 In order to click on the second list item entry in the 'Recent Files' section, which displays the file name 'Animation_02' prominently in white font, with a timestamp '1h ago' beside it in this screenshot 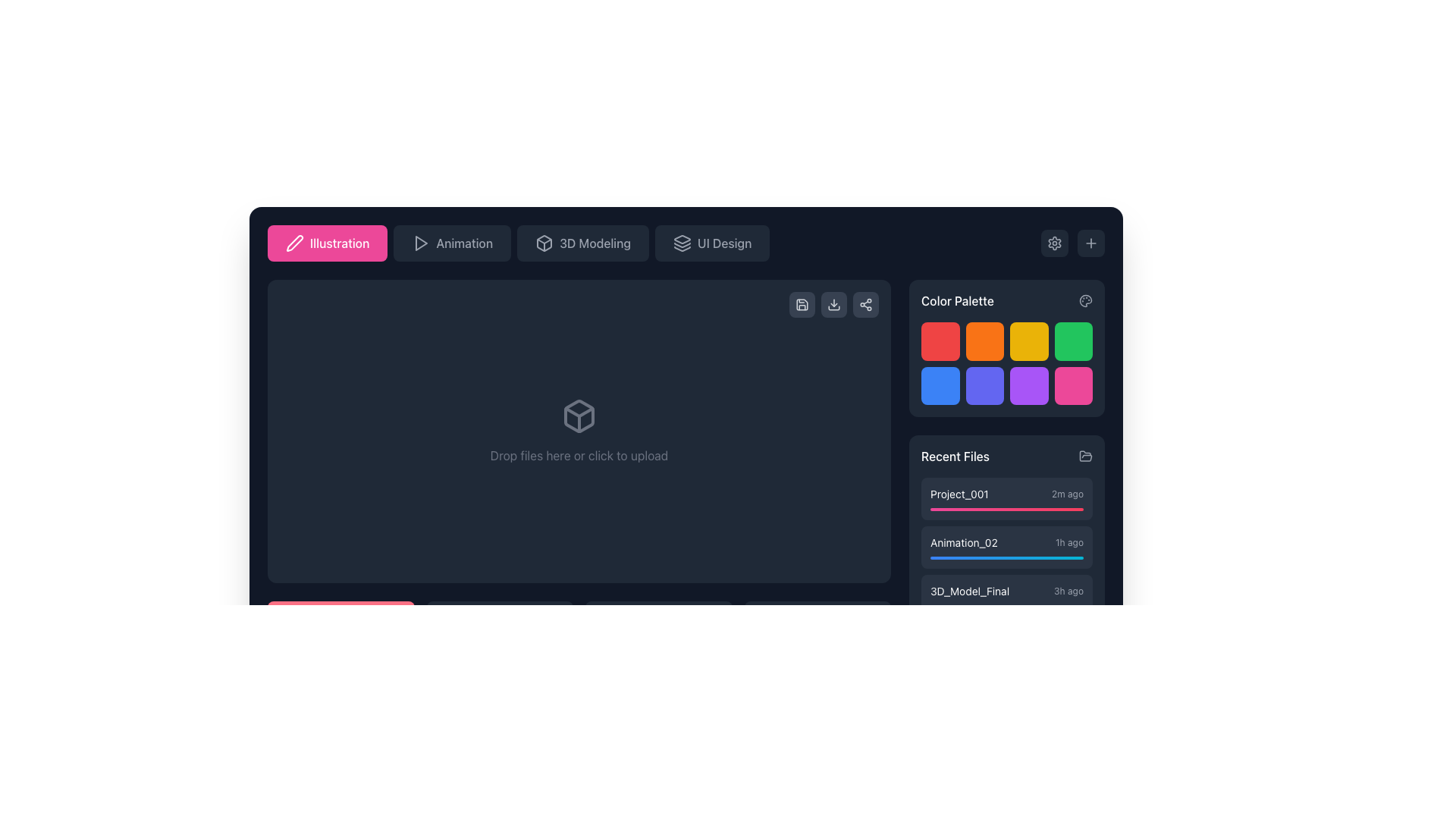, I will do `click(1007, 547)`.